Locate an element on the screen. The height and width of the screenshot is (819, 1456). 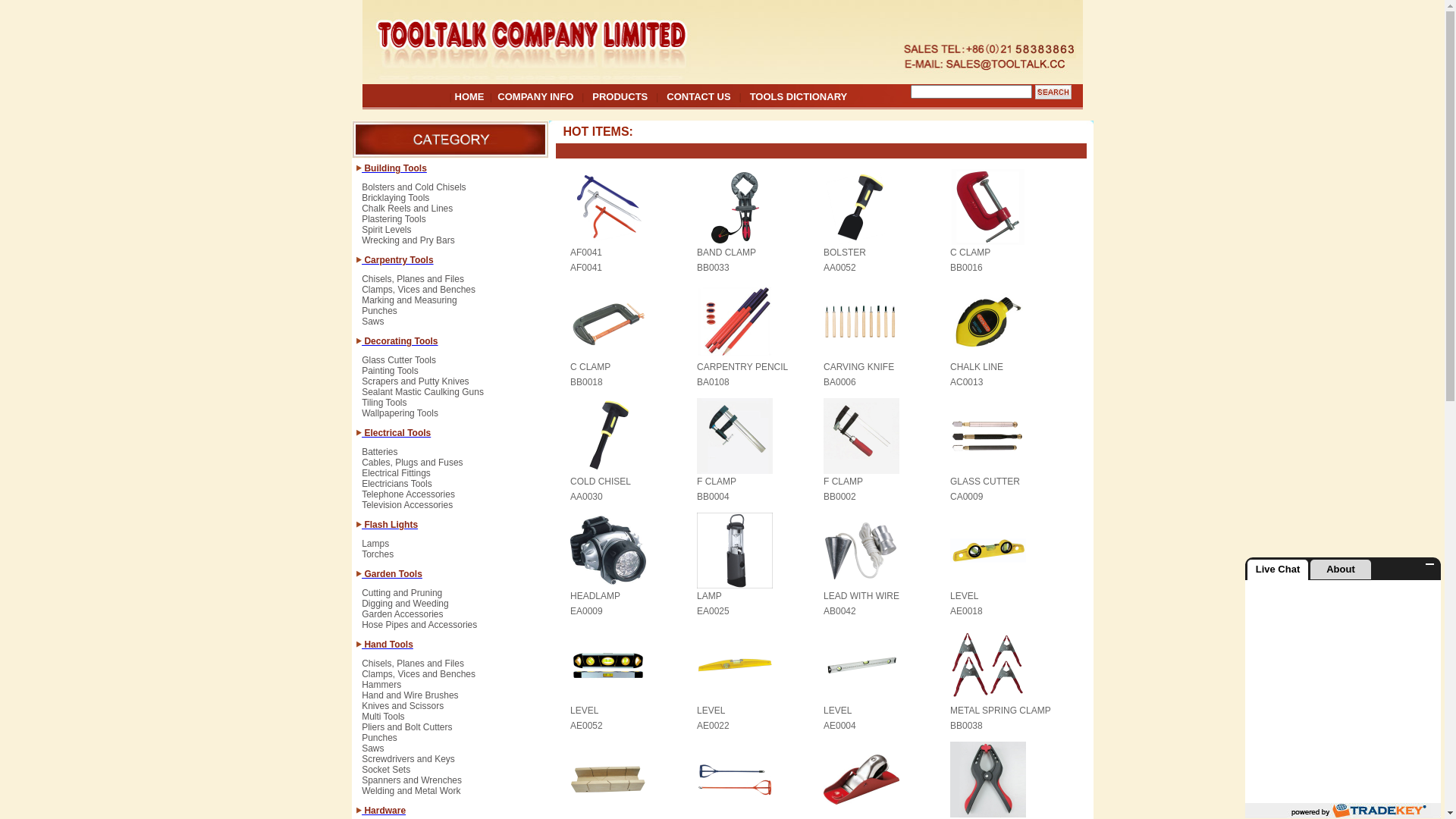
'Spanners and Wrenches' is located at coordinates (411, 785).